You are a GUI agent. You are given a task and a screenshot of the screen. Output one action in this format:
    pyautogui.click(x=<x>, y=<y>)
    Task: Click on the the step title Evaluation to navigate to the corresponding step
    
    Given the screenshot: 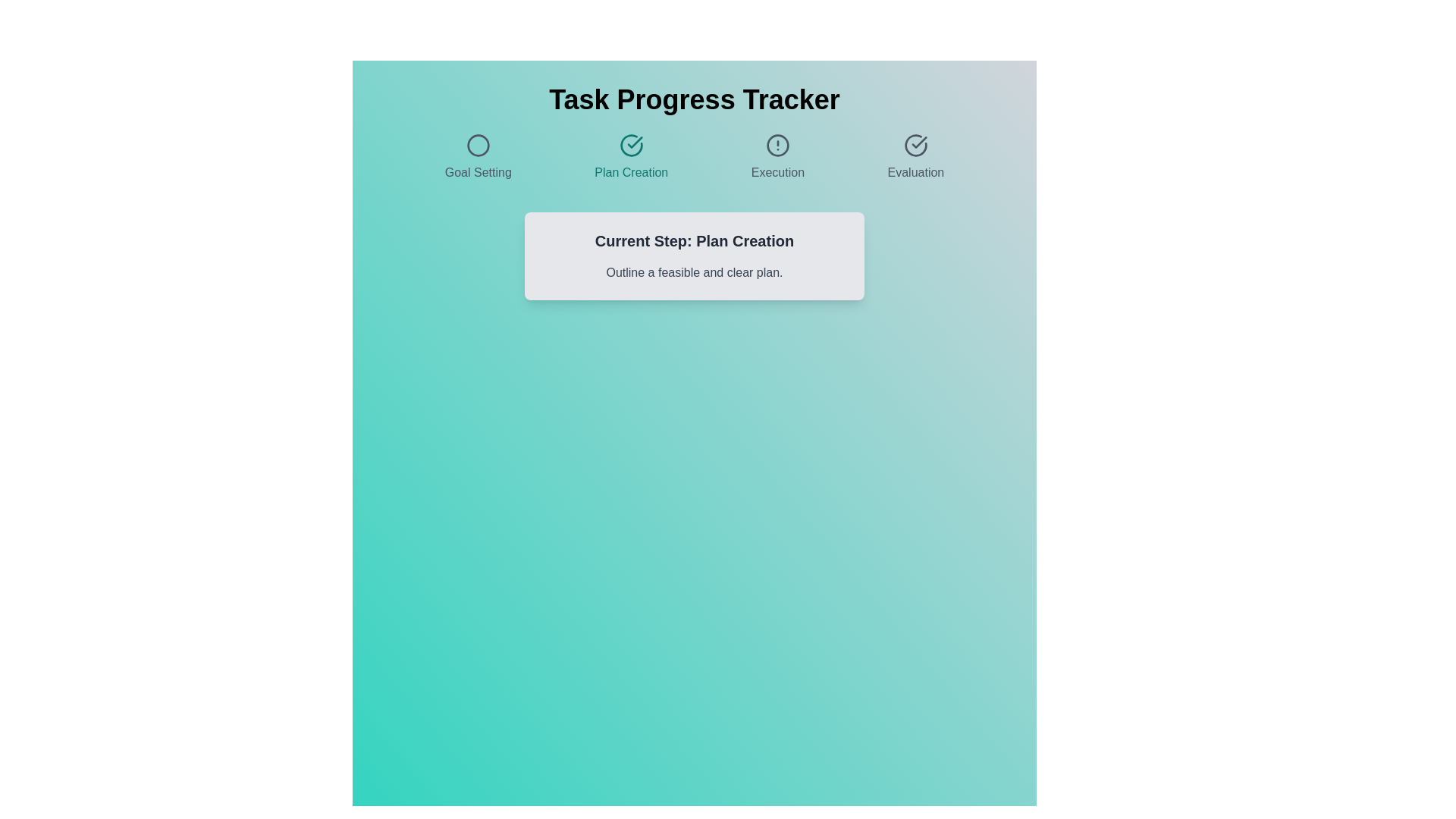 What is the action you would take?
    pyautogui.click(x=915, y=158)
    